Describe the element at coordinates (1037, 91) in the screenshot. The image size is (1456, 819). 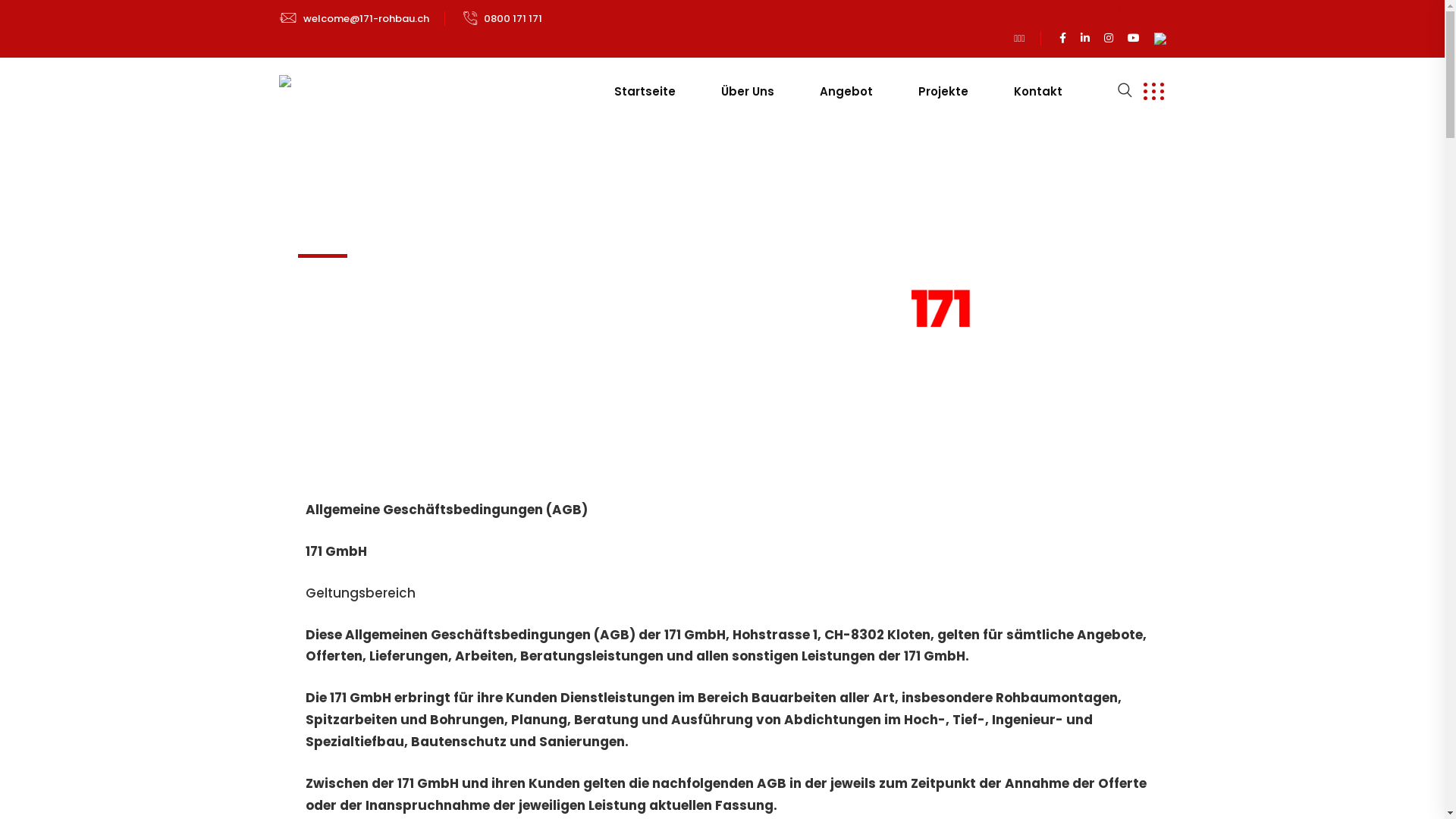
I see `'Kontakt'` at that location.